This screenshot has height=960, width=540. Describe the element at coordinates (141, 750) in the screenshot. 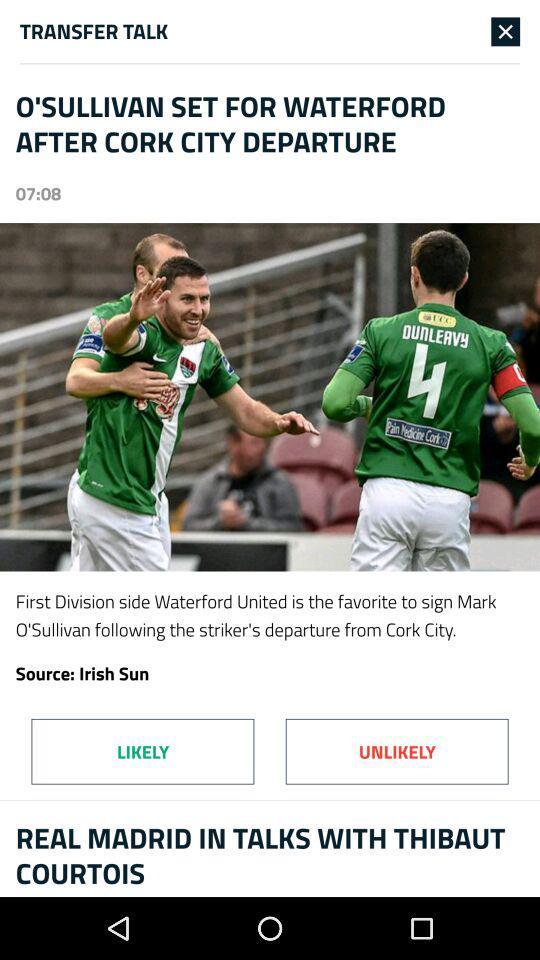

I see `likely at the bottom left corner` at that location.